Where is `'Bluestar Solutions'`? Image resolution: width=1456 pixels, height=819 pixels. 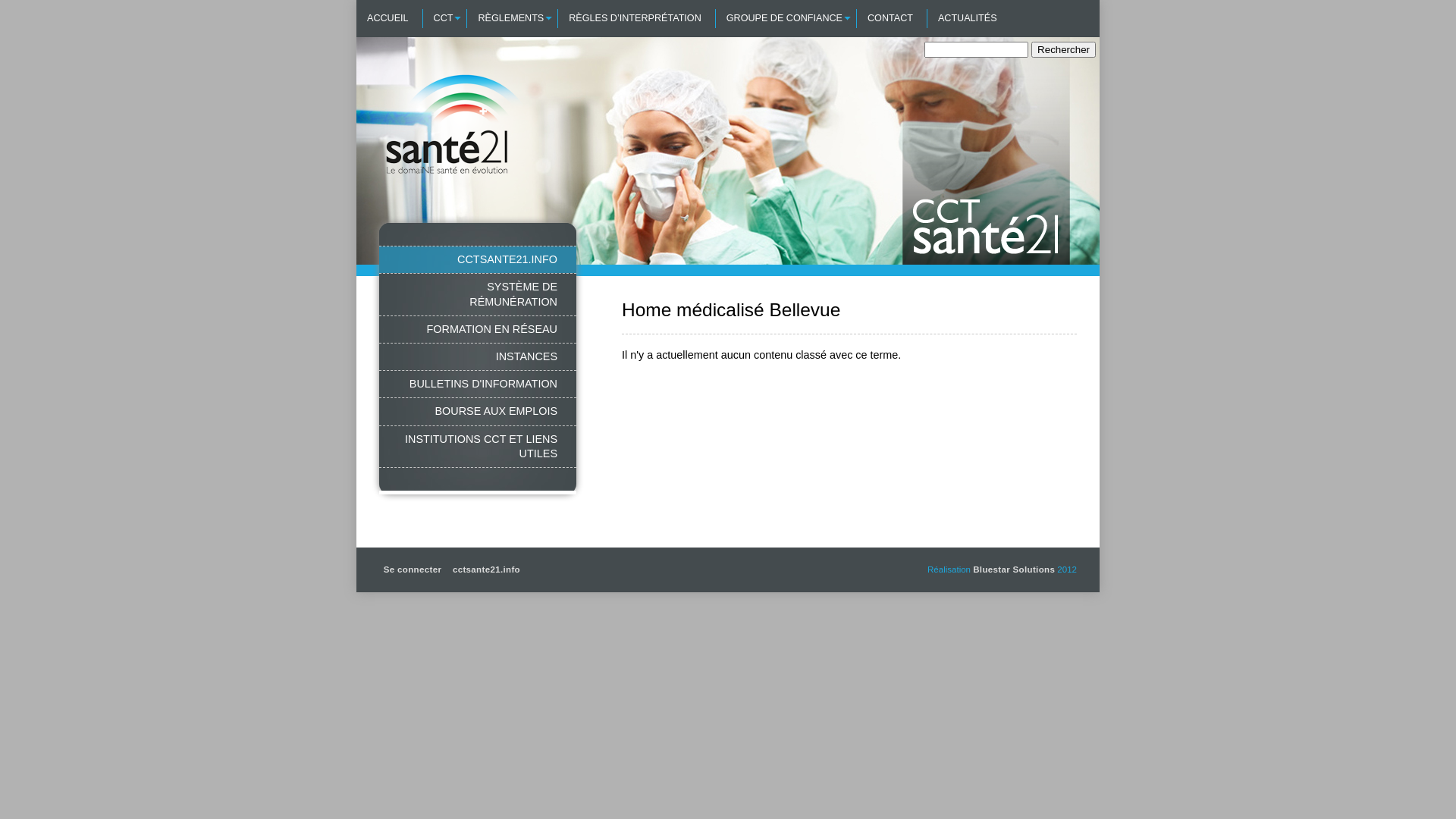
'Bluestar Solutions' is located at coordinates (1014, 570).